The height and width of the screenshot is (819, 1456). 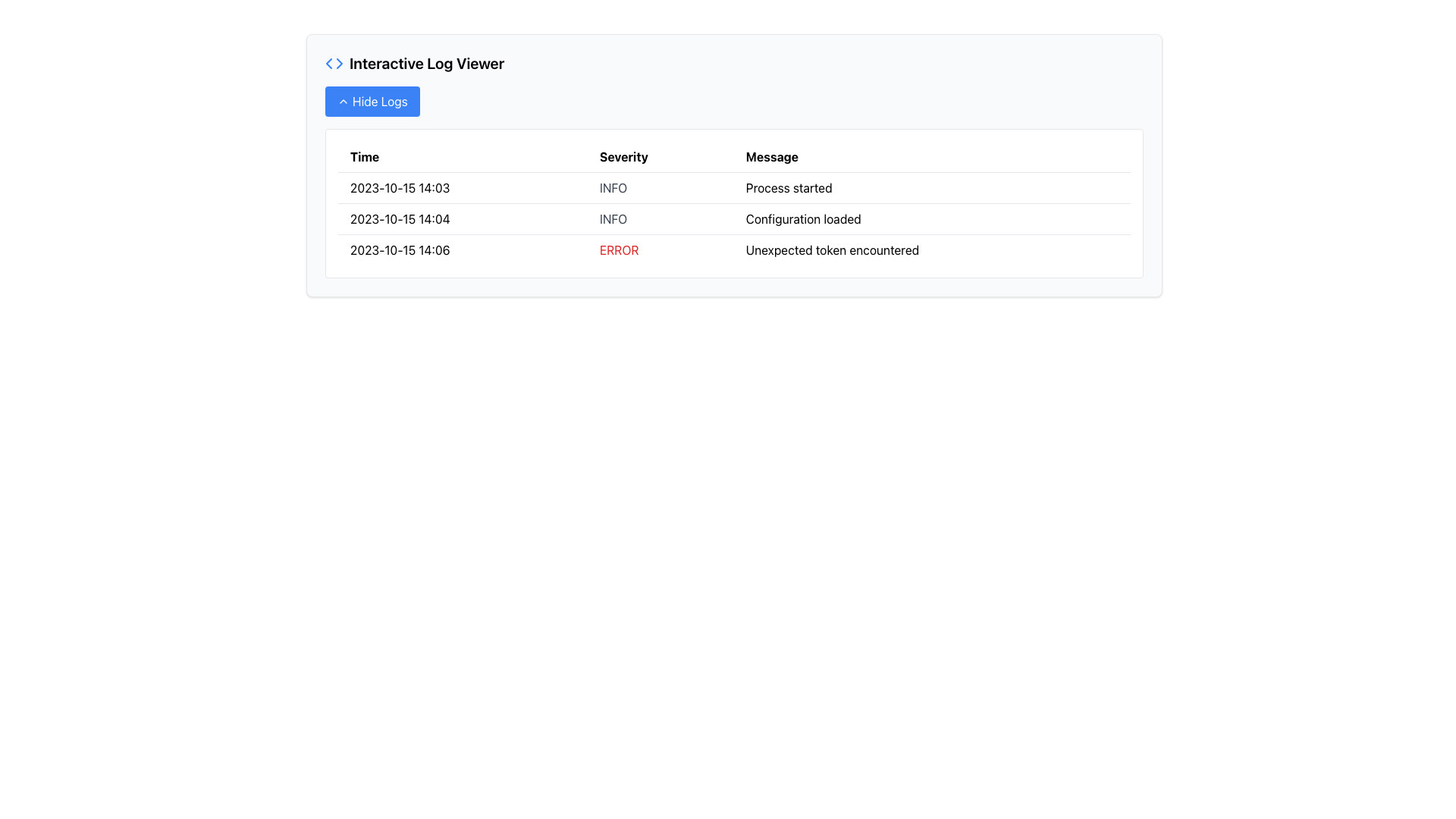 What do you see at coordinates (372, 102) in the screenshot?
I see `the 'Hide Logs' button, which is a blue rectangular button with rounded corners, containing white text and an upward-pointing chevron icon` at bounding box center [372, 102].